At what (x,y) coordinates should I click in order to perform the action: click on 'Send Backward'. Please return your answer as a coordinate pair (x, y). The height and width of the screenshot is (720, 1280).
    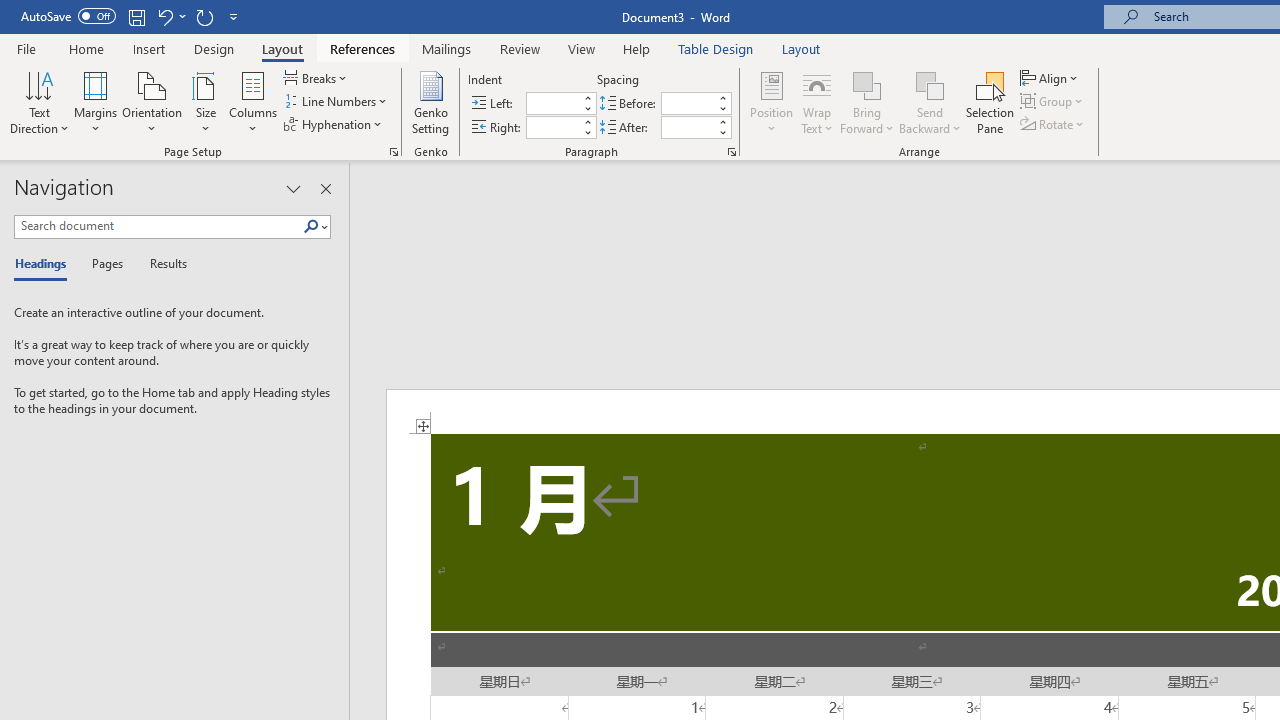
    Looking at the image, I should click on (929, 84).